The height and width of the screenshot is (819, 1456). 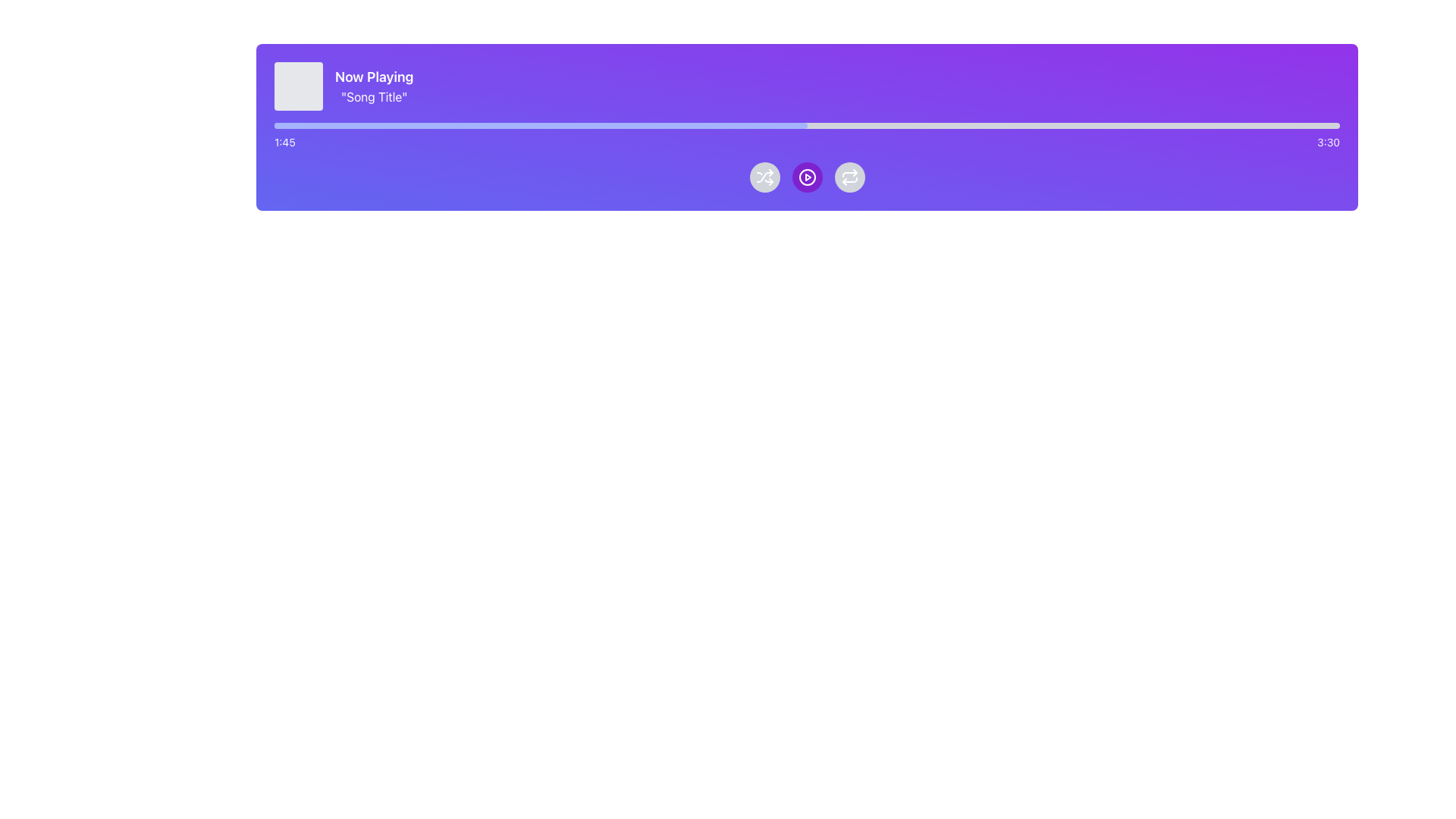 I want to click on the 'Repeat' Icon Button located in the third position of the playback control buttons, so click(x=849, y=177).